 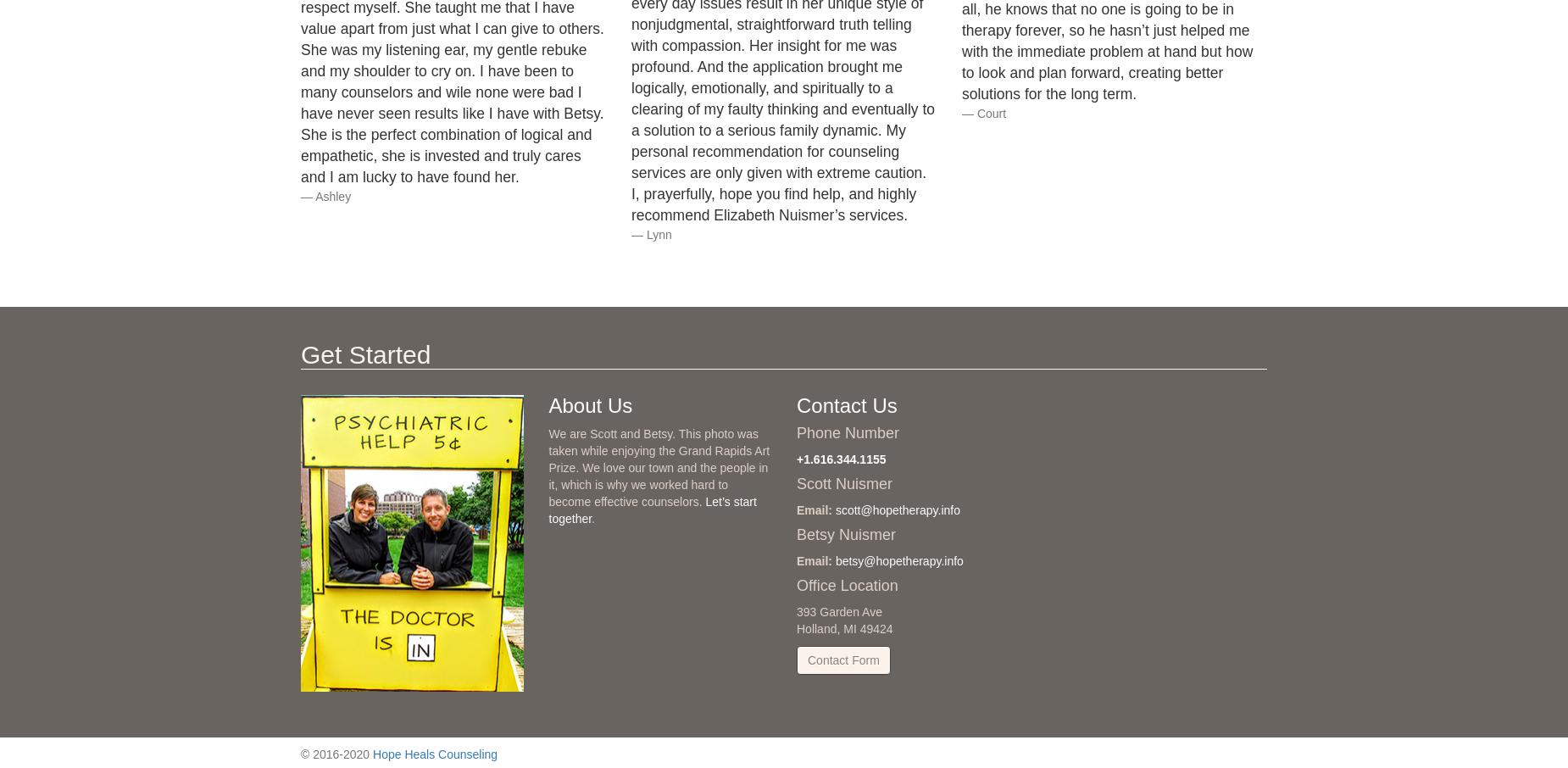 What do you see at coordinates (779, 172) in the screenshot?
I see `'My personal recommendation for counseling services are only given with extreme caution. I, prayerfully, hope you find help, and highly recommend Elizabeth Nuismer’s services.'` at bounding box center [779, 172].